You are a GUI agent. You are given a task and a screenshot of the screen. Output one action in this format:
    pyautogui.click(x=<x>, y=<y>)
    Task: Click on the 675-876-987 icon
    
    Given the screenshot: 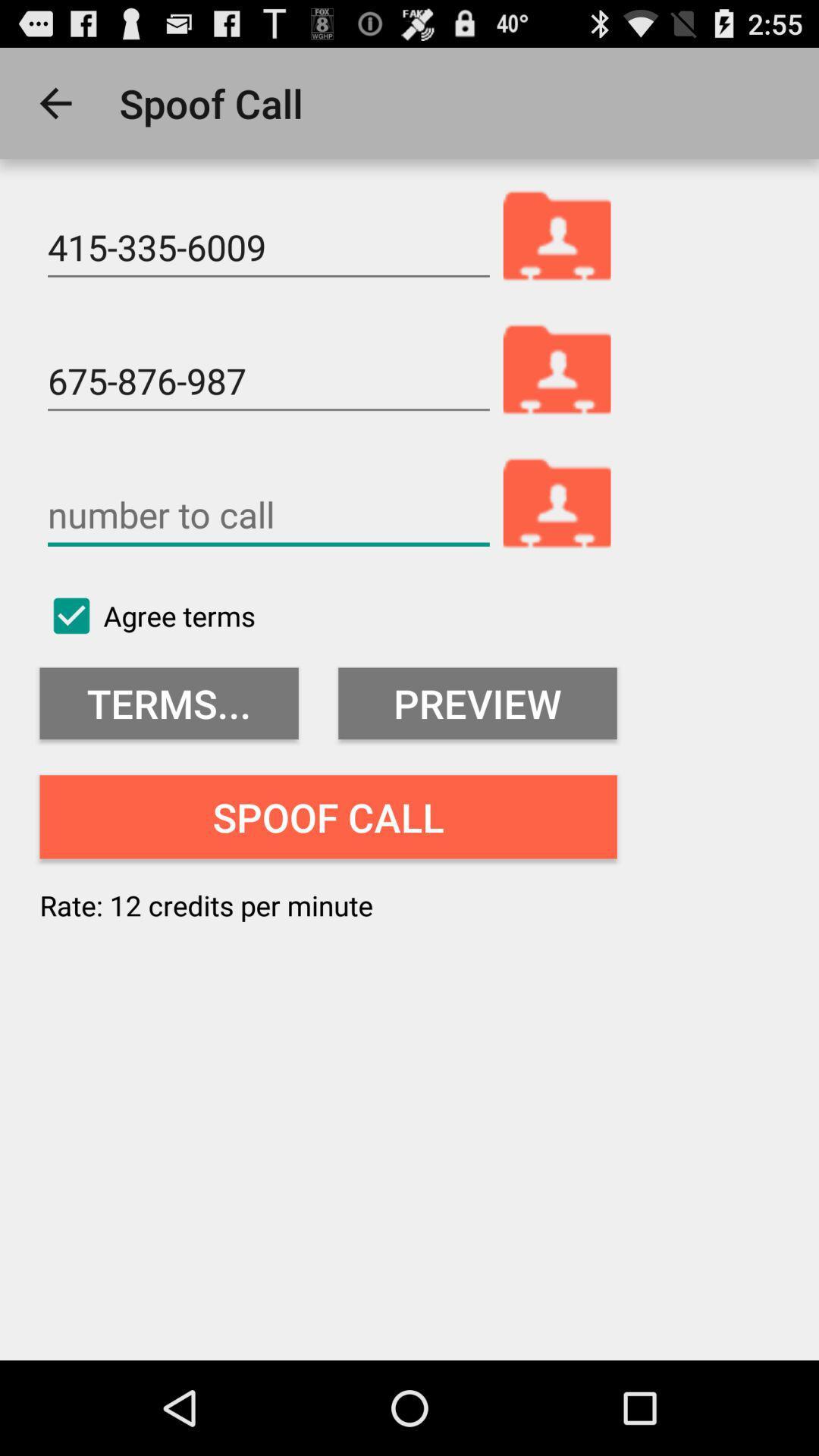 What is the action you would take?
    pyautogui.click(x=268, y=381)
    